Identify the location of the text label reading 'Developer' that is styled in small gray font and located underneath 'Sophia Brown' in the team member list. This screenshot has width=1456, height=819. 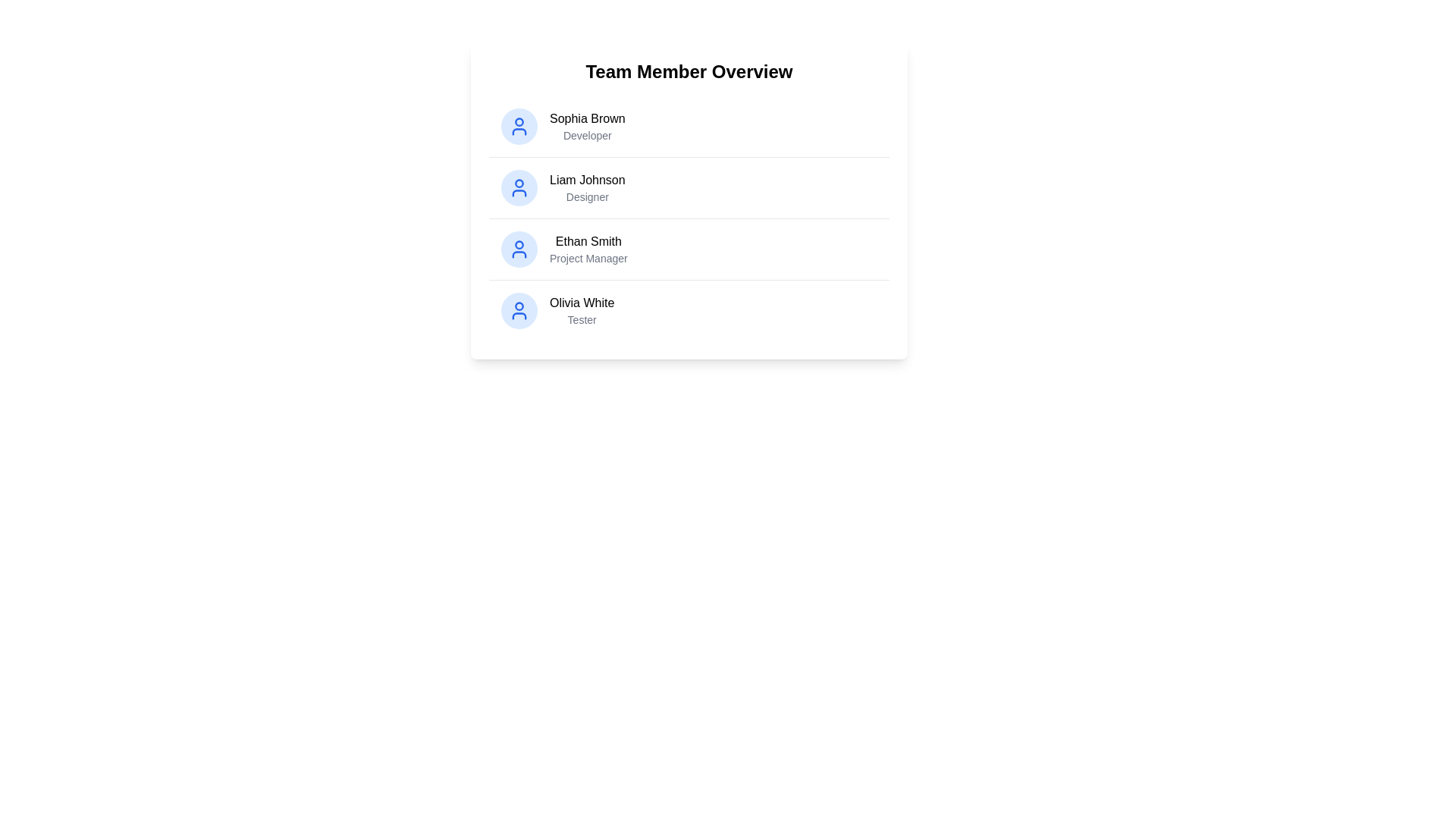
(586, 134).